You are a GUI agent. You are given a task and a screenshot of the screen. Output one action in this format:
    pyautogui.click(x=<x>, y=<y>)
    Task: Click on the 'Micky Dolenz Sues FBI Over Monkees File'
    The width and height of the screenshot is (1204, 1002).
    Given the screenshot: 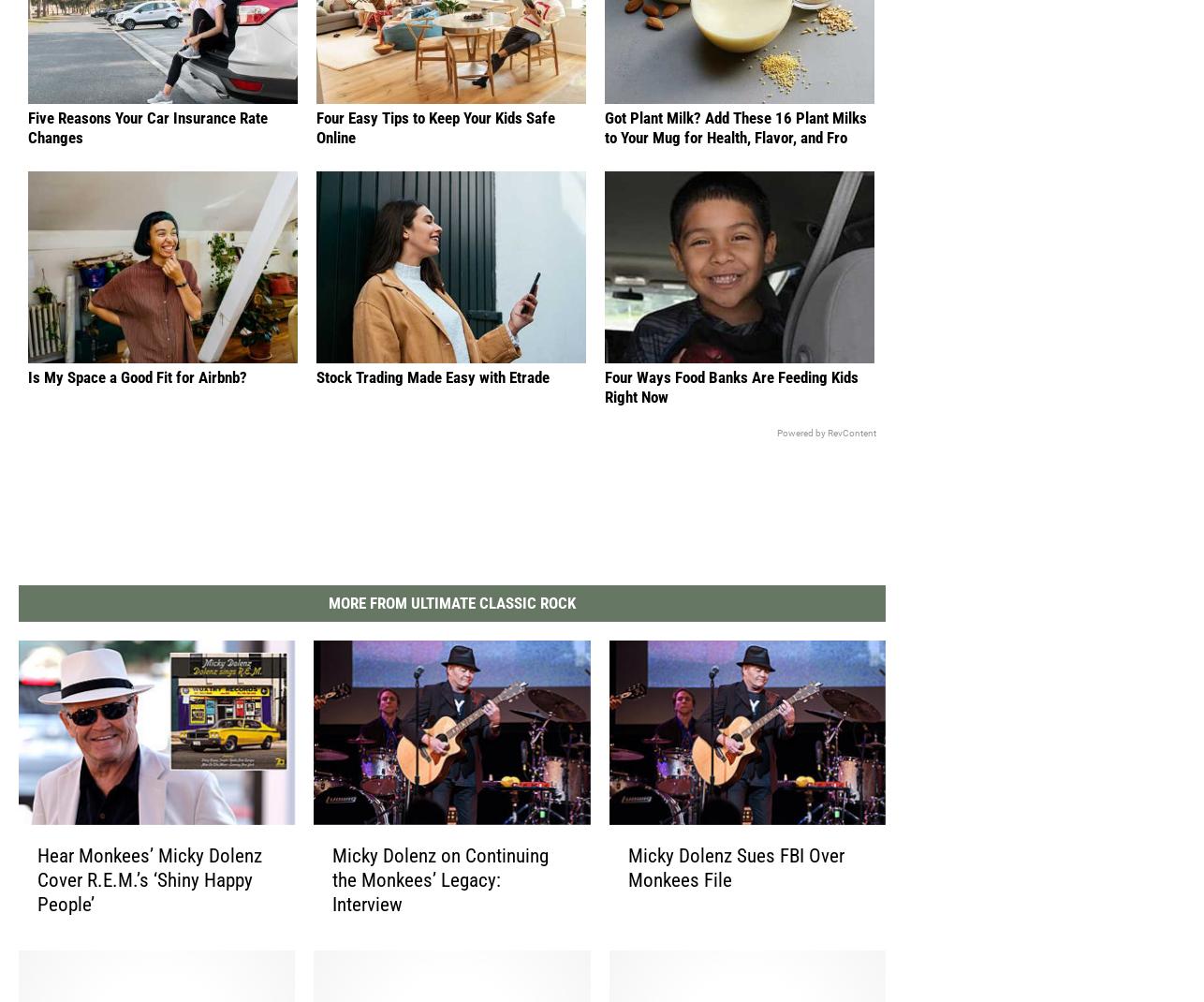 What is the action you would take?
    pyautogui.click(x=735, y=882)
    